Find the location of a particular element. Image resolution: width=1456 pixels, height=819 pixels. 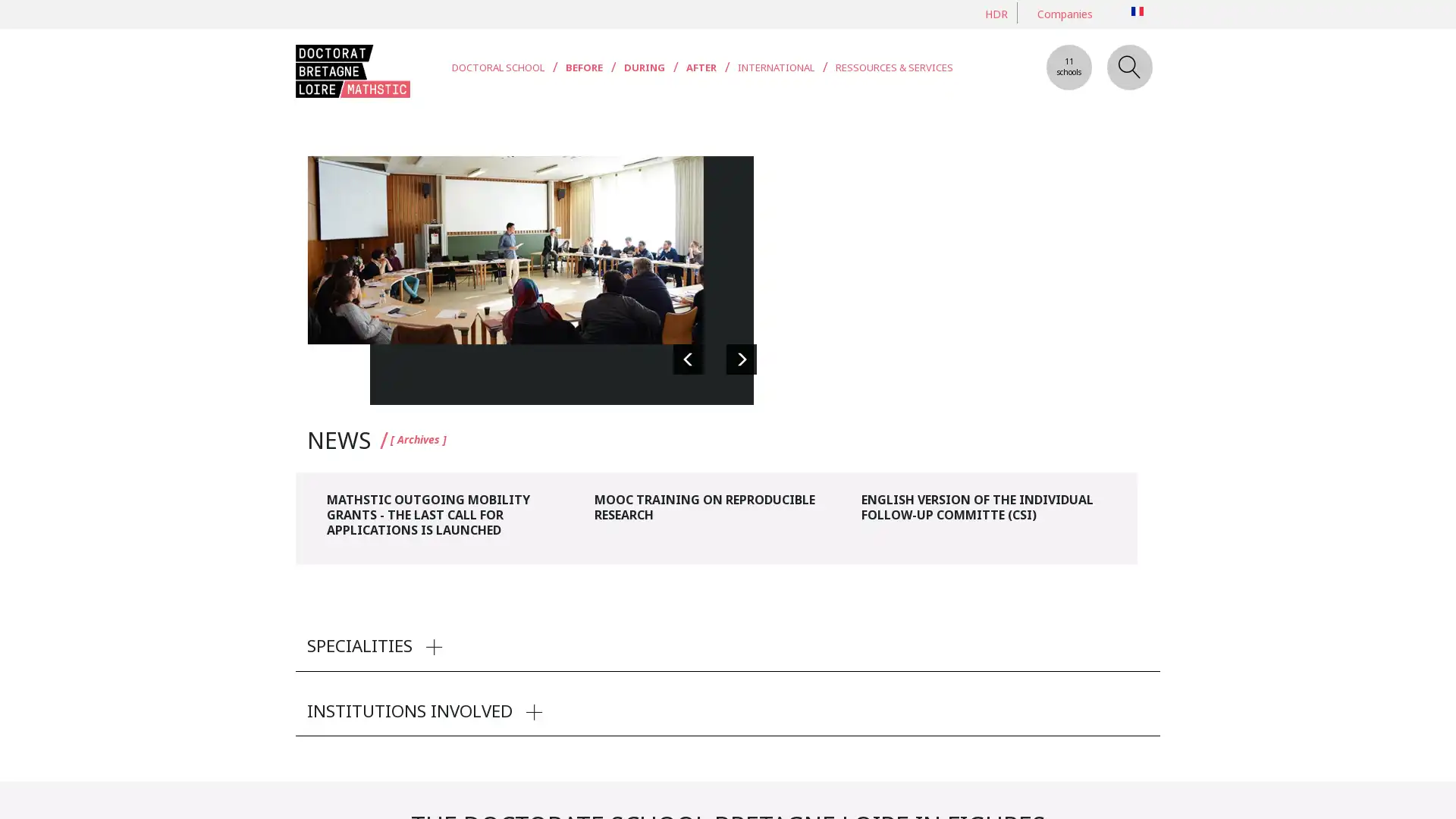

Search is located at coordinates (1129, 66).